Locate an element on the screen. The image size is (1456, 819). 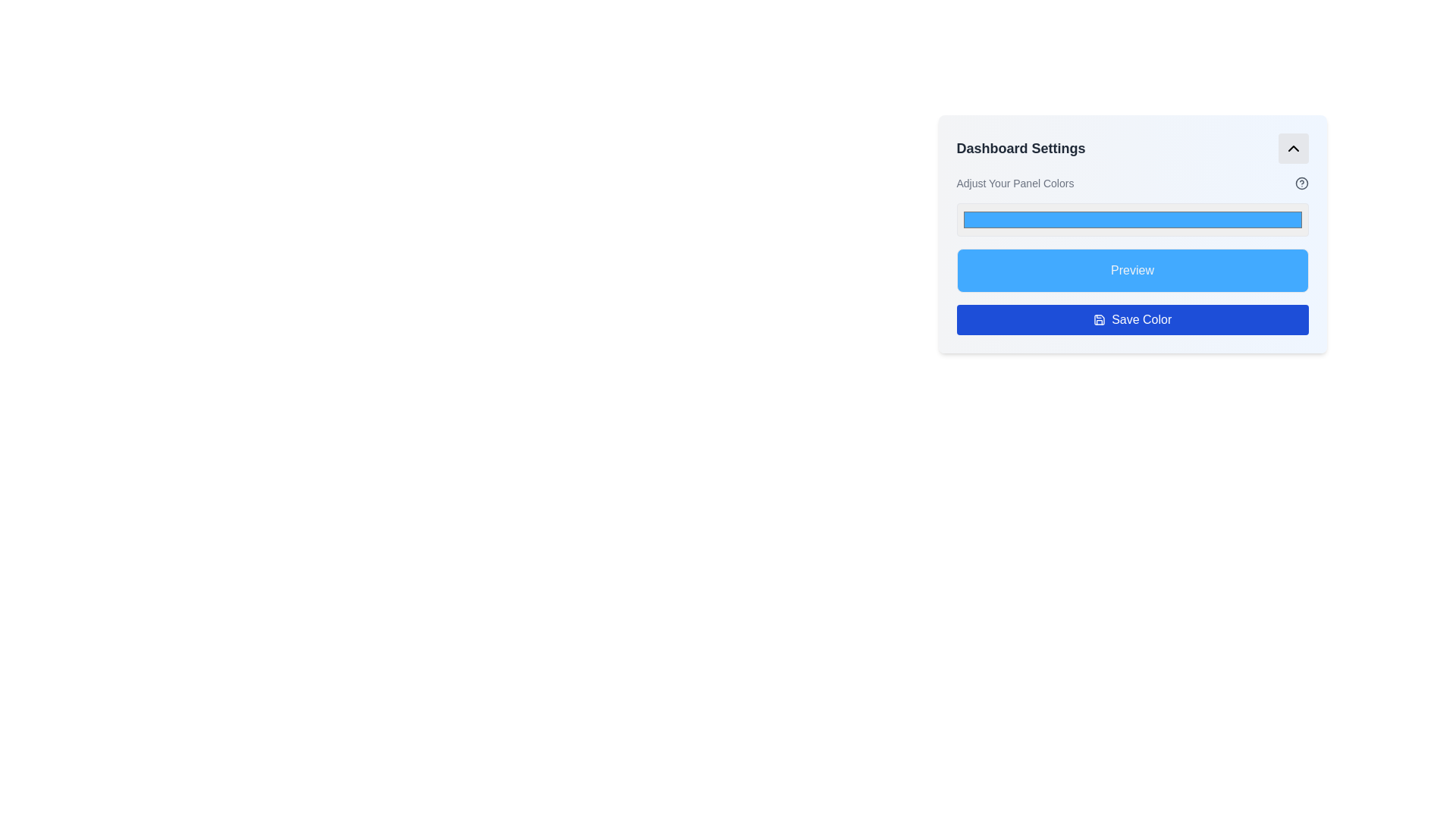
the color is located at coordinates (1132, 219).